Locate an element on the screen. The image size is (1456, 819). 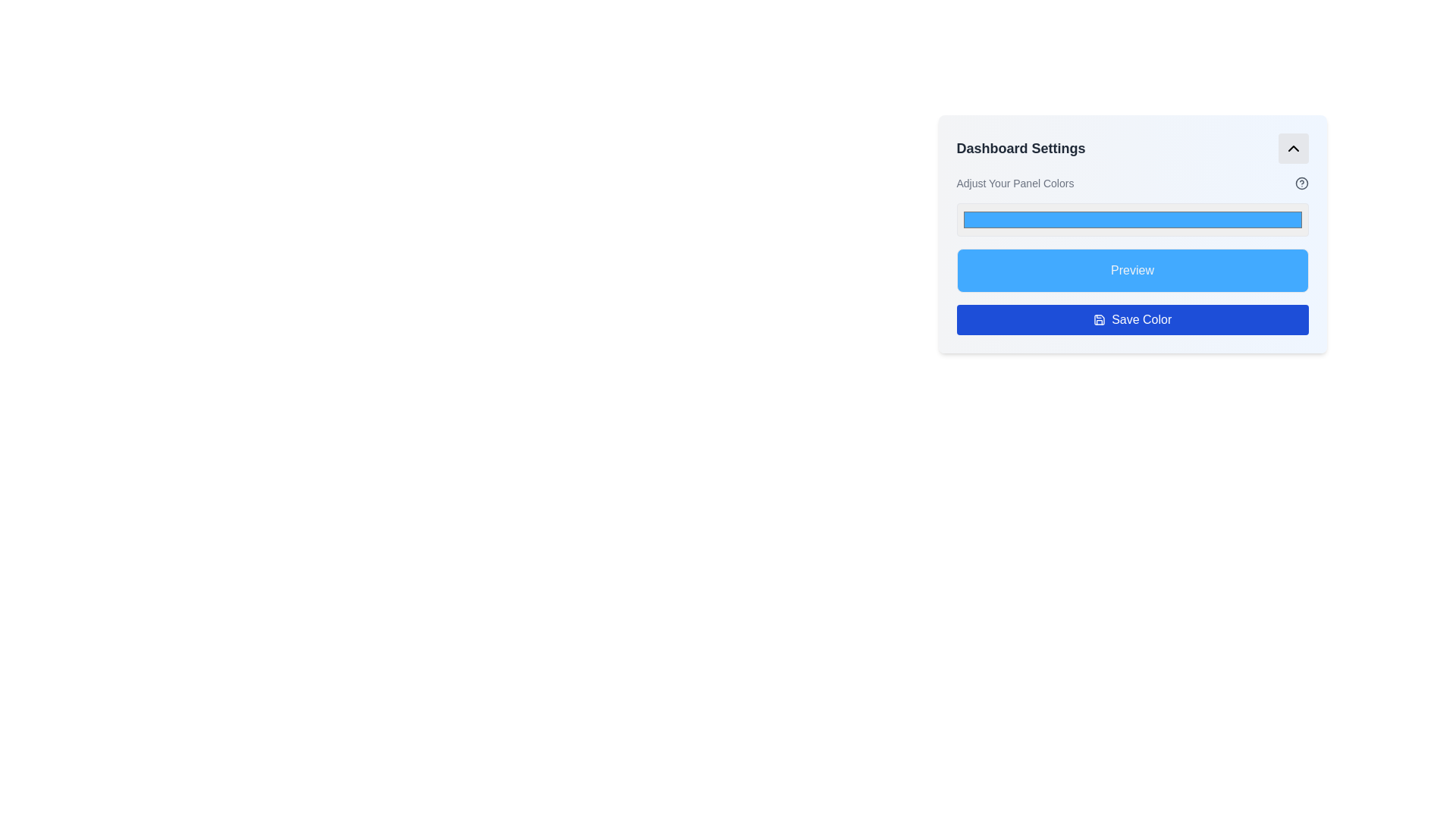
the color is located at coordinates (1132, 219).